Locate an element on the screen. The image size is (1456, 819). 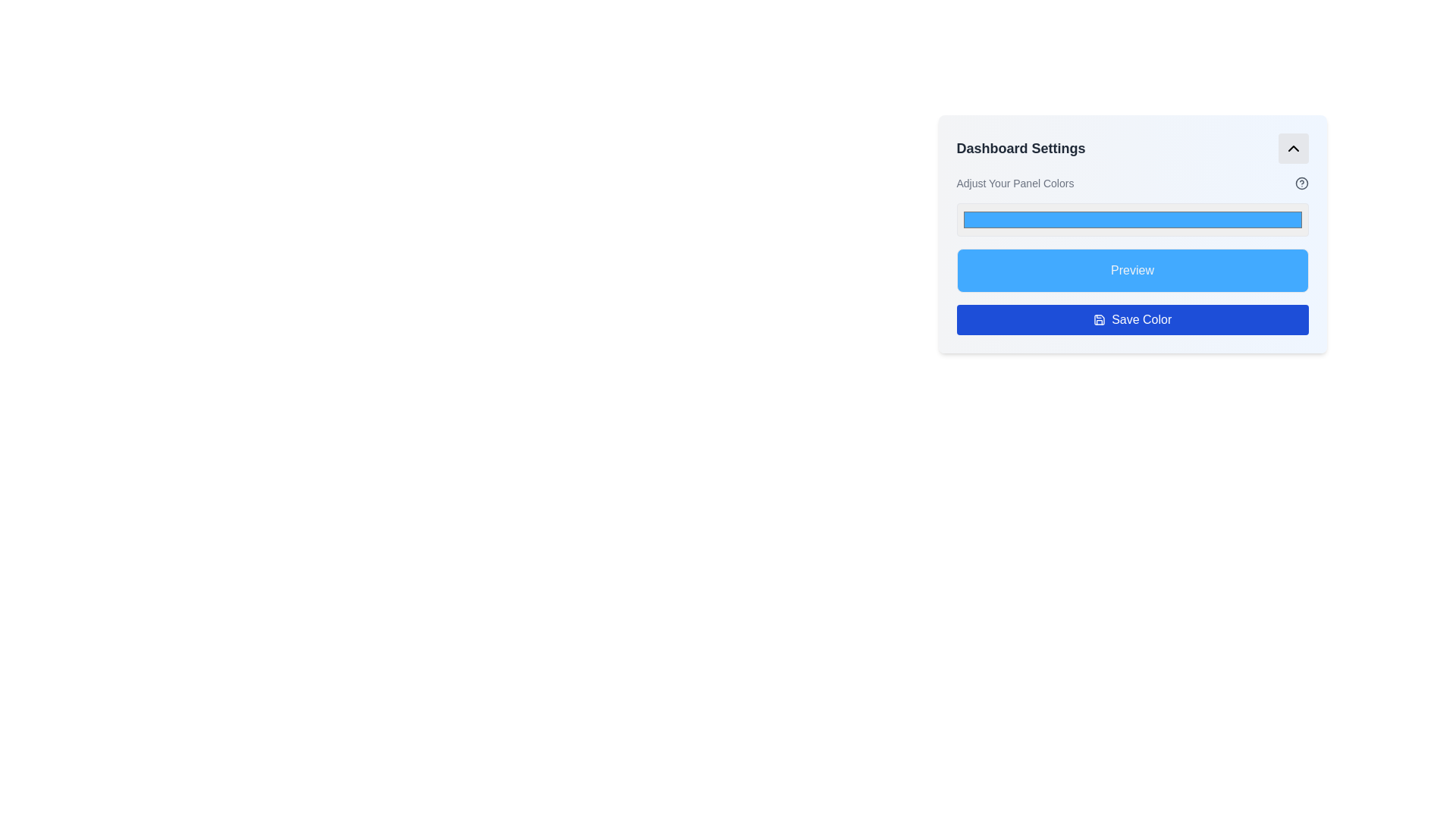
the color is located at coordinates (1132, 219).